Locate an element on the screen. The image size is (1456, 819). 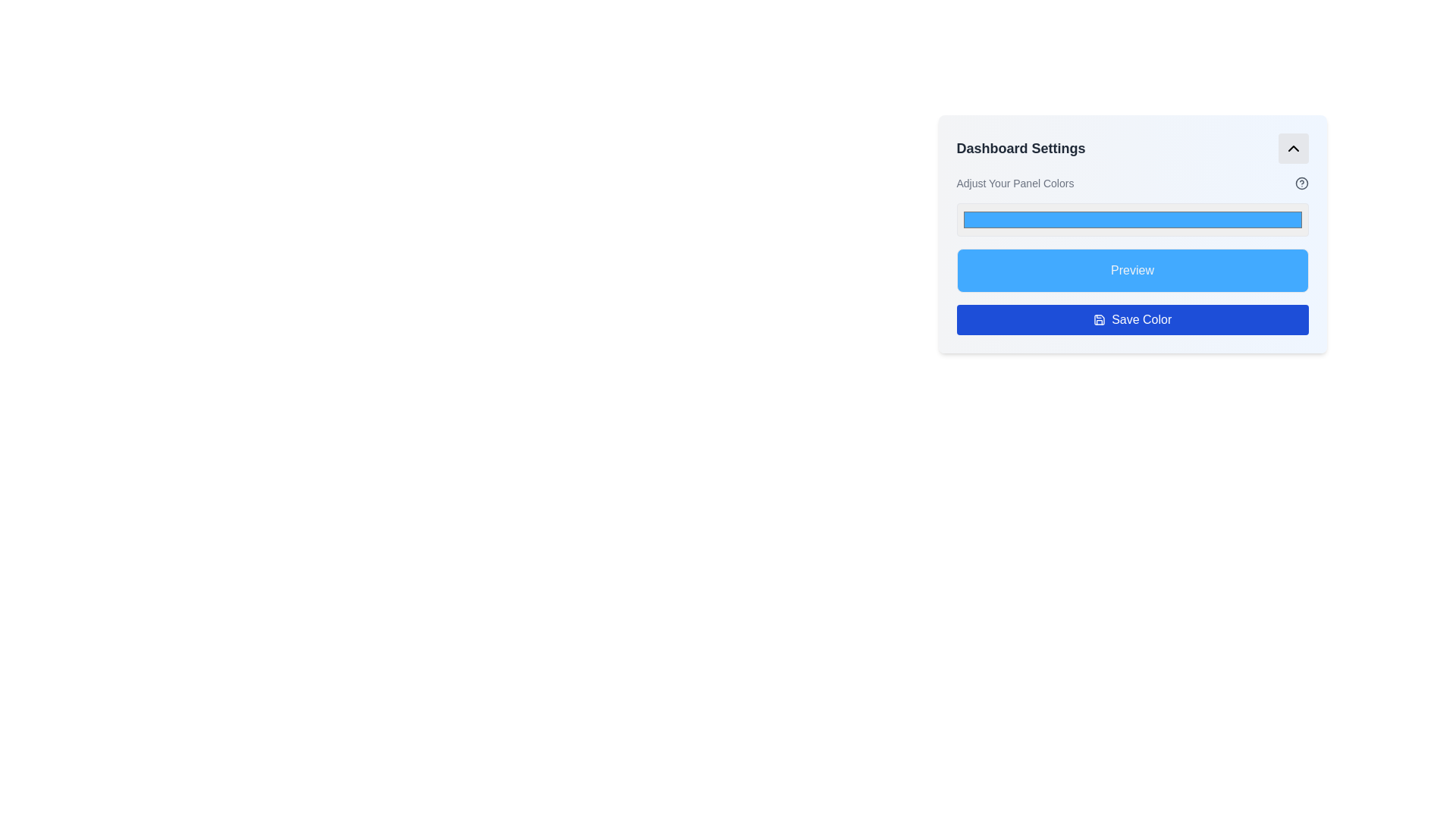
the color is located at coordinates (1132, 219).